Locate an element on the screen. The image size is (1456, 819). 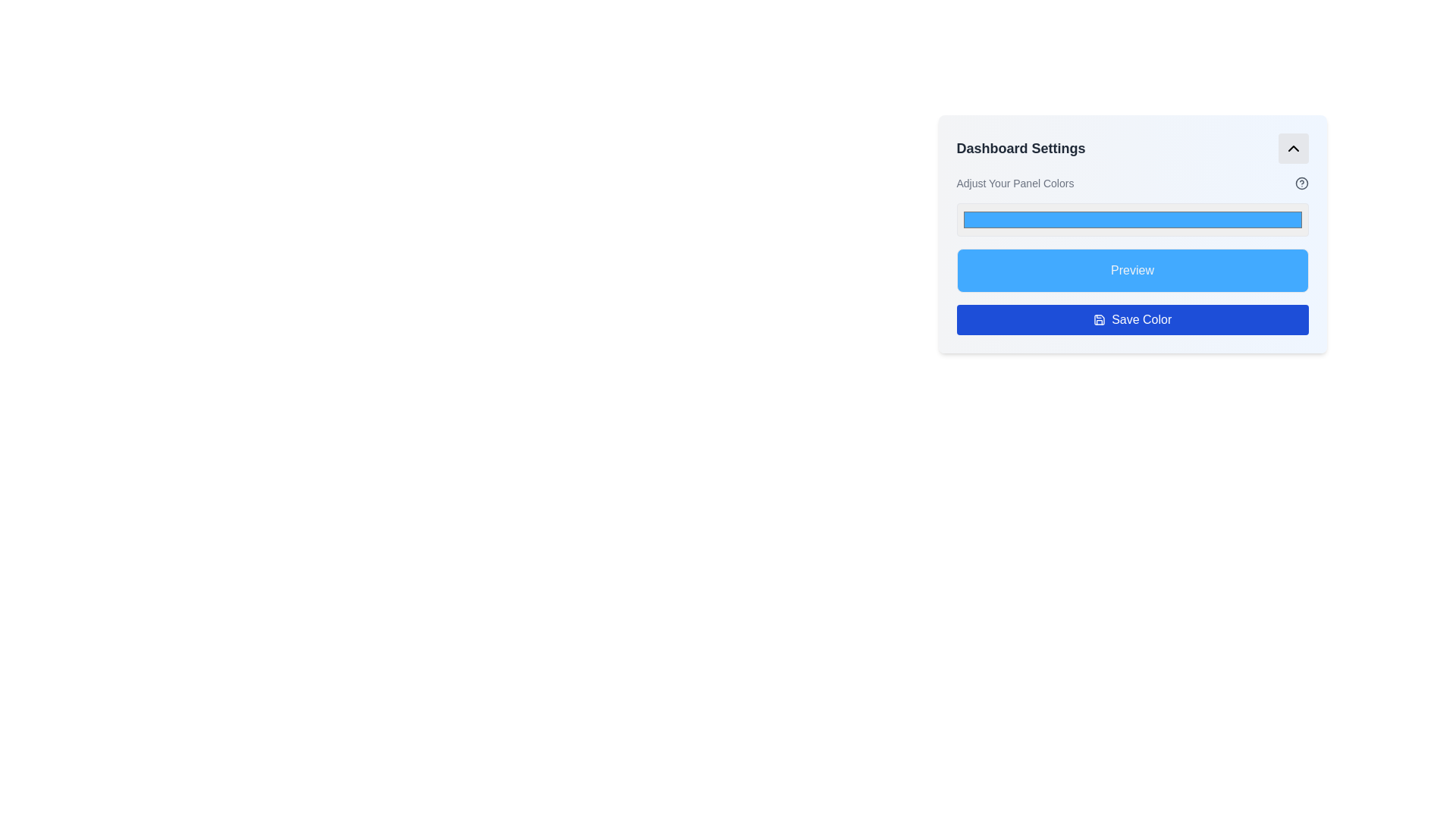
the color is located at coordinates (1132, 219).